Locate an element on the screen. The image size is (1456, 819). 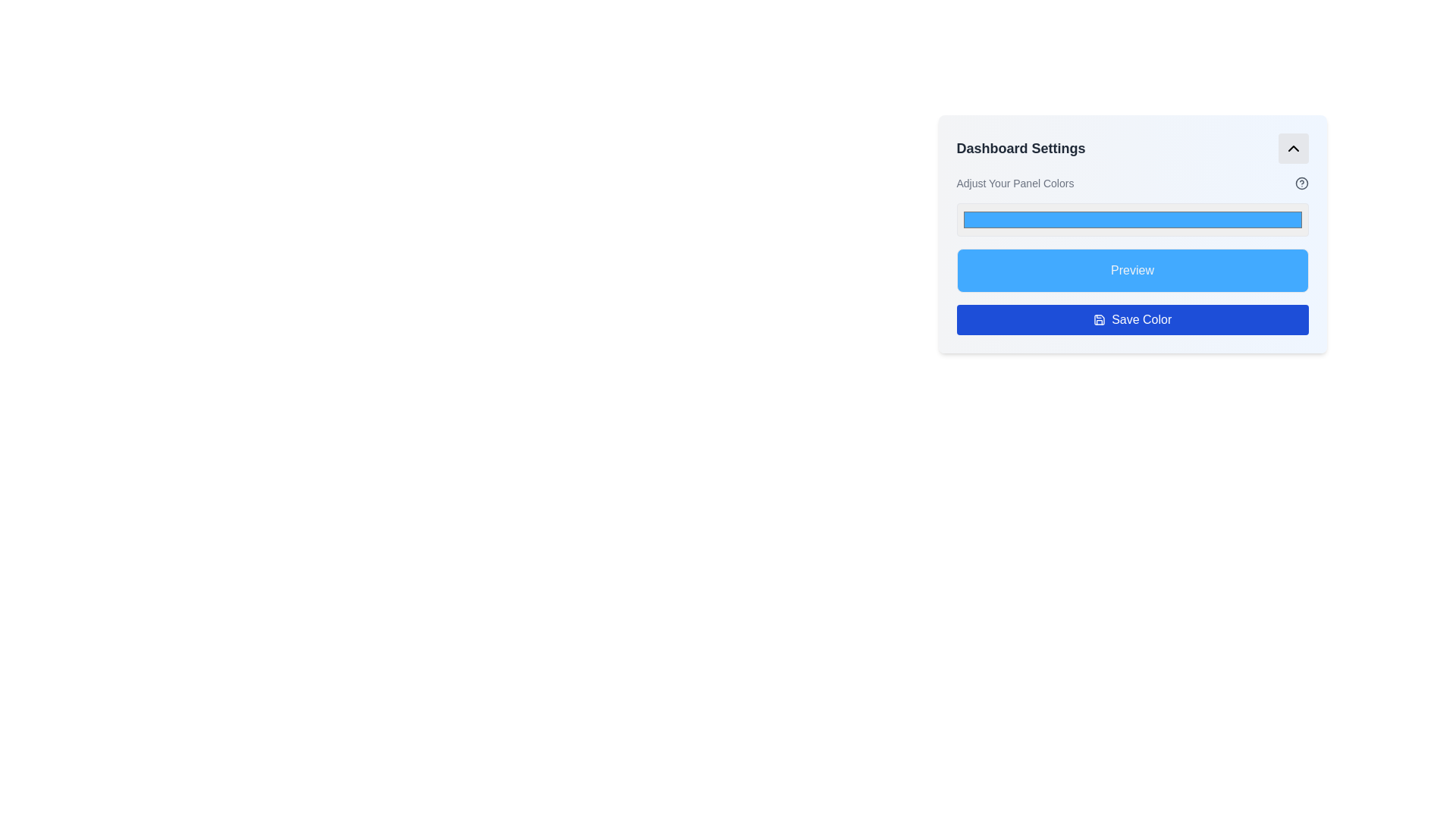
the color is located at coordinates (1132, 219).